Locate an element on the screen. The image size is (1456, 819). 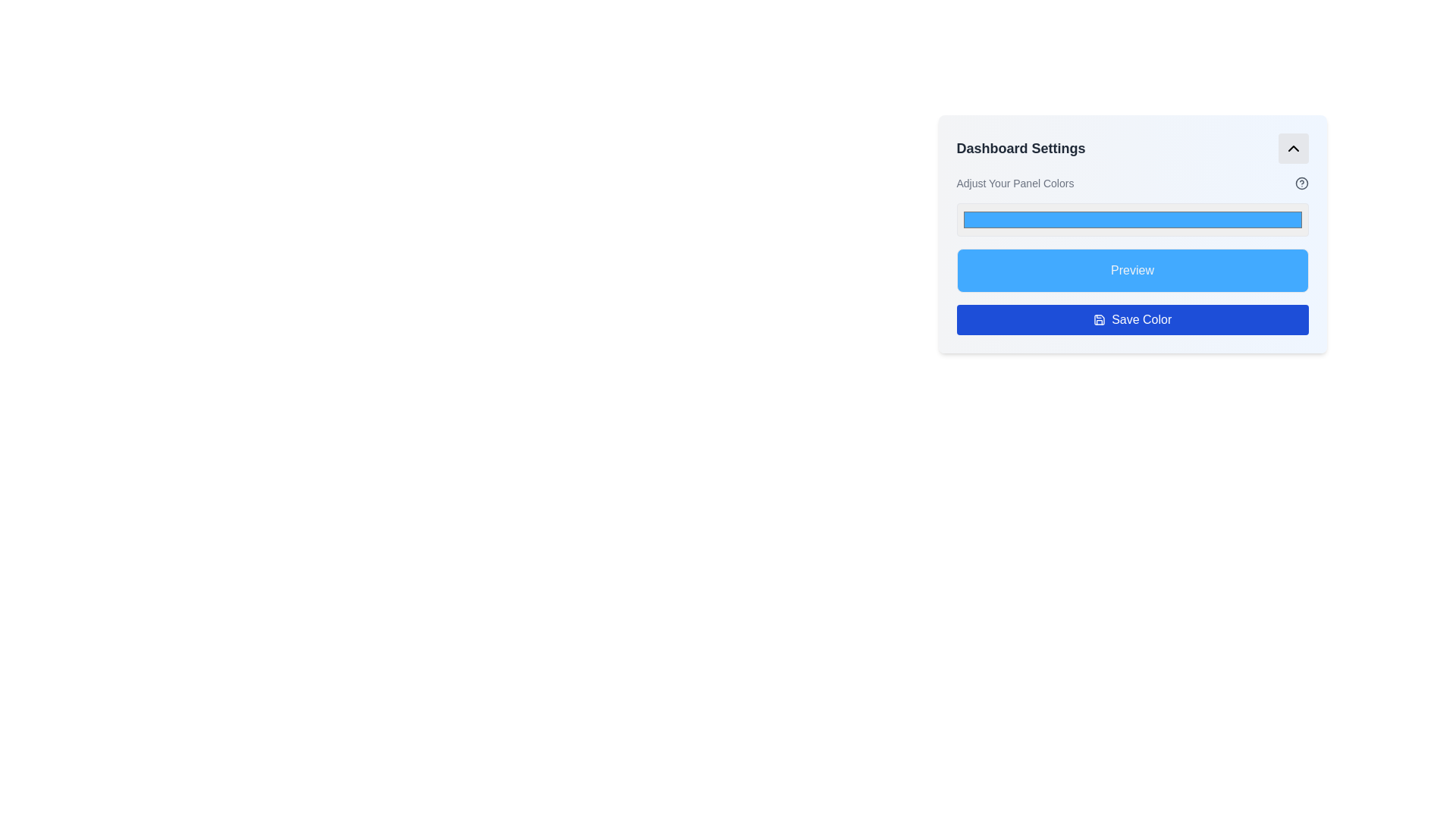
the color is located at coordinates (1132, 219).